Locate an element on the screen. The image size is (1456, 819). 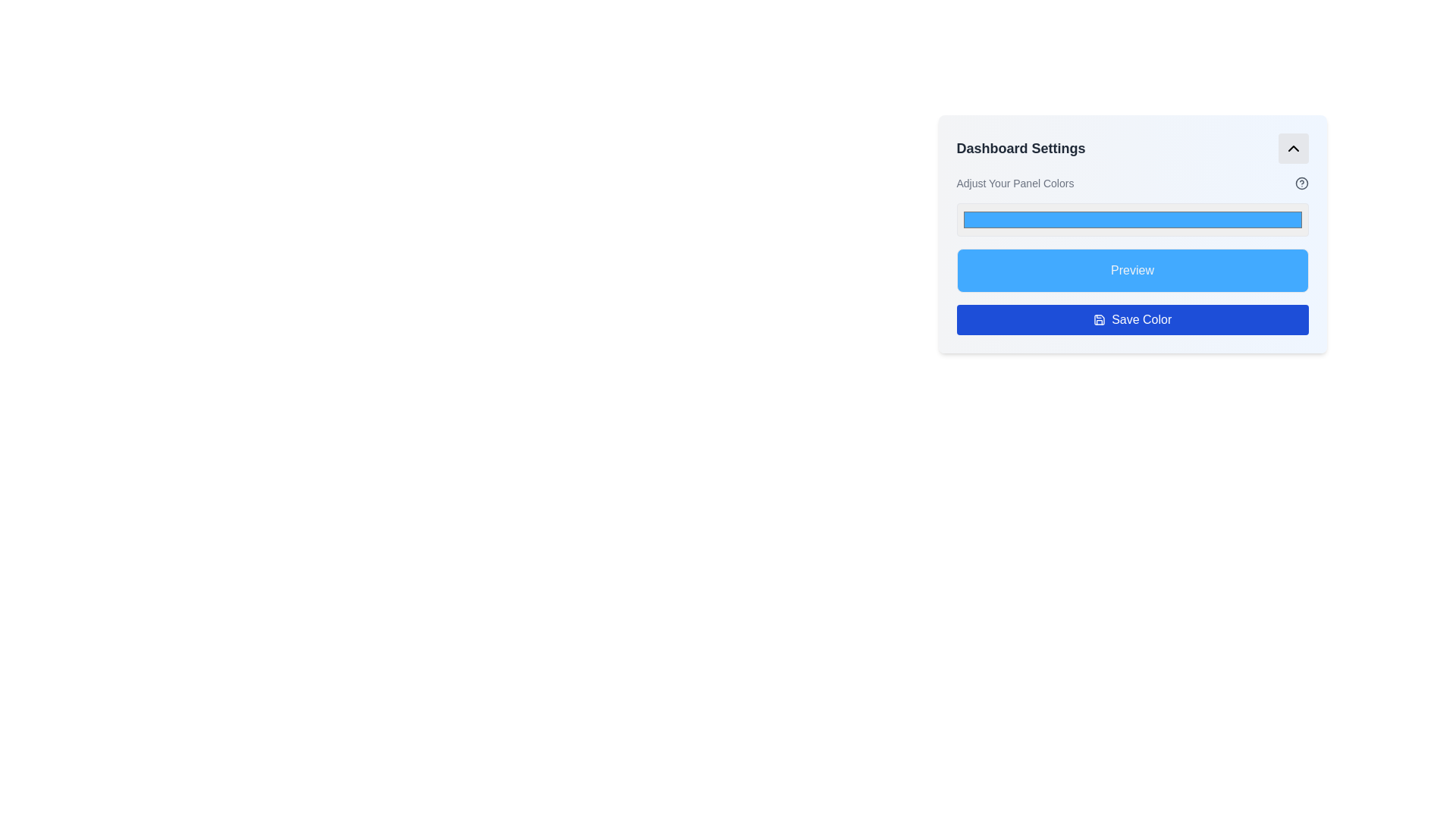
the color is located at coordinates (1132, 219).